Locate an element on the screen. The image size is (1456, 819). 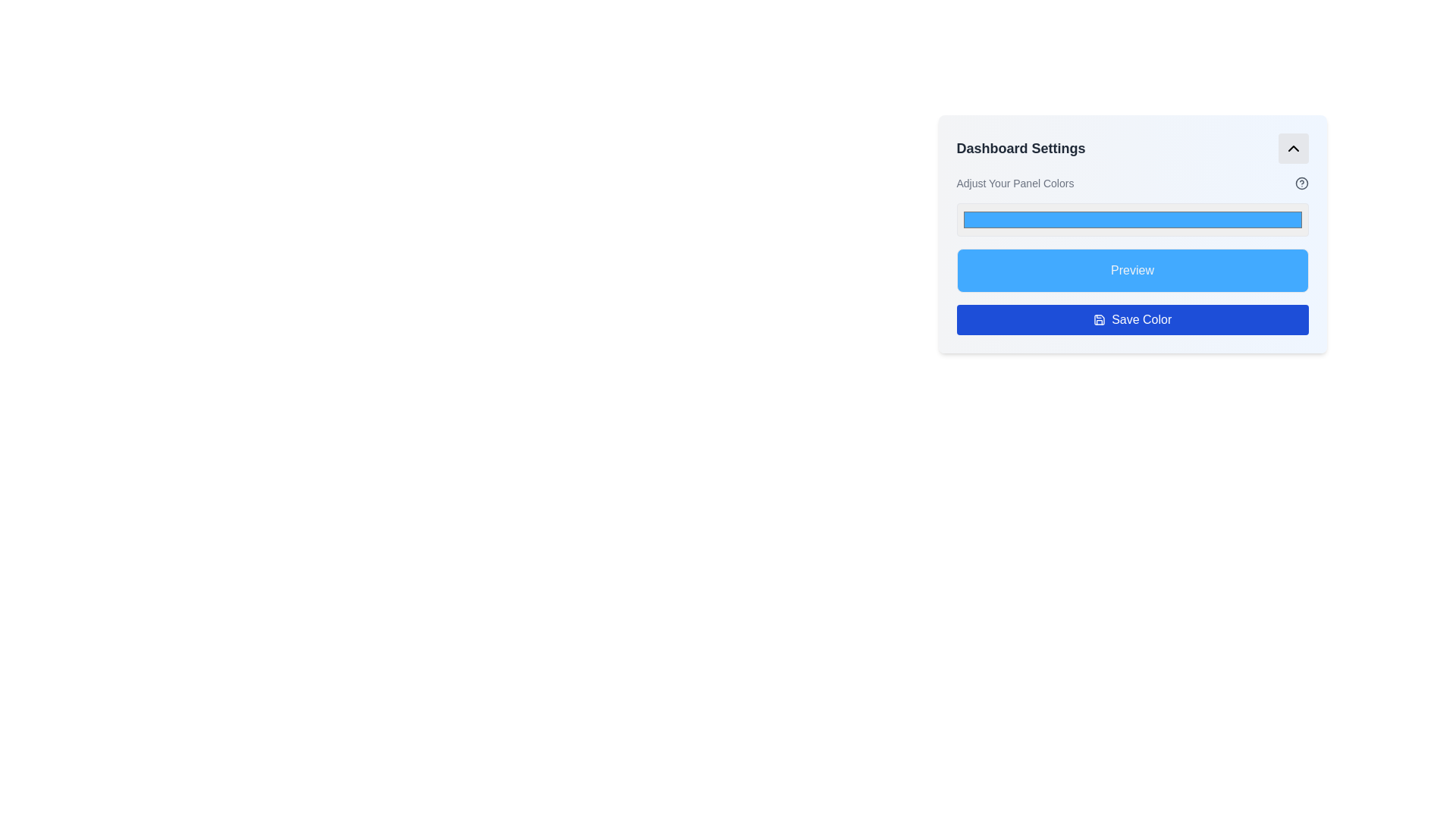
the color is located at coordinates (1132, 219).